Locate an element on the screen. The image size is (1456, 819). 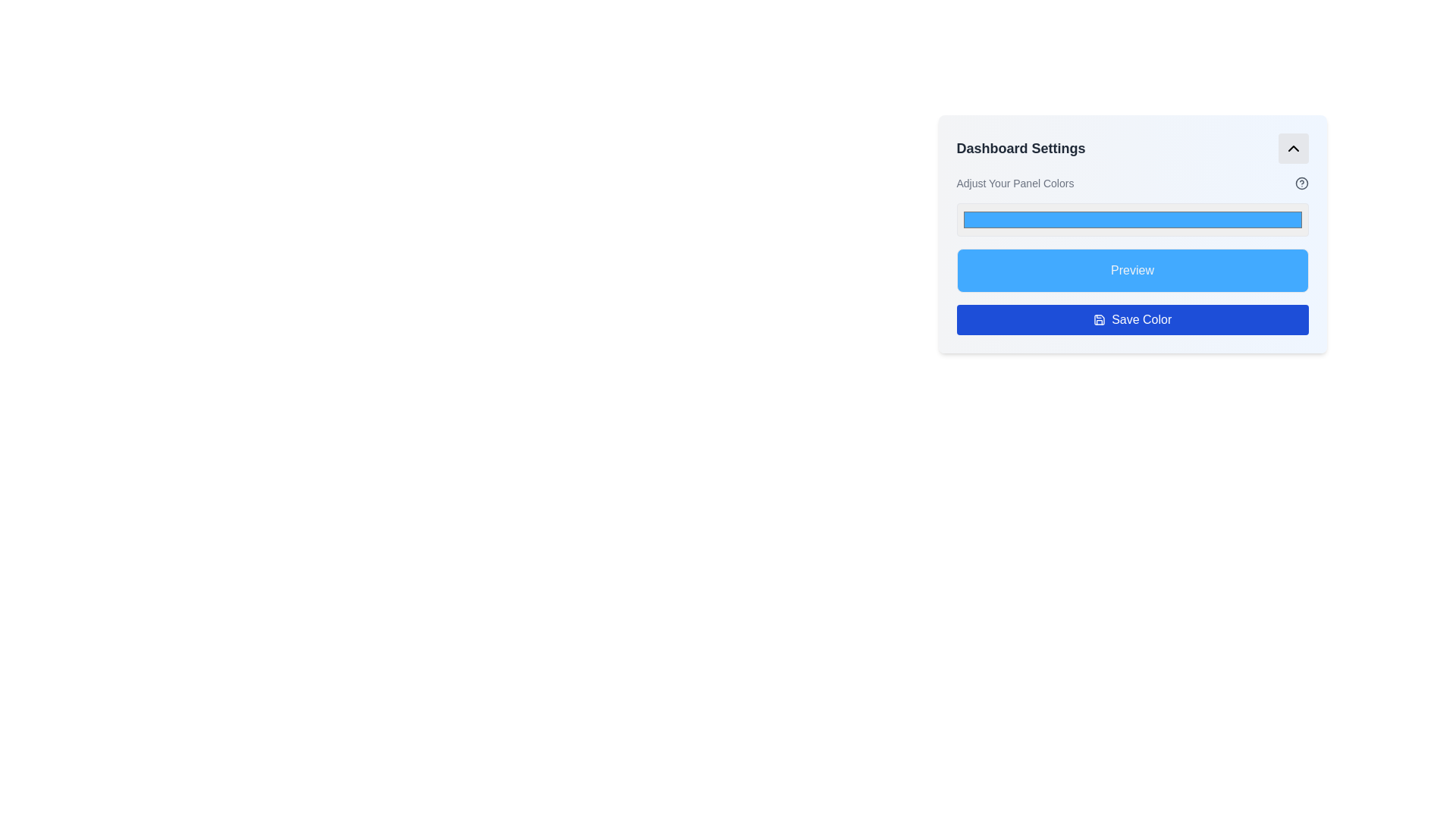
the color is located at coordinates (1132, 219).